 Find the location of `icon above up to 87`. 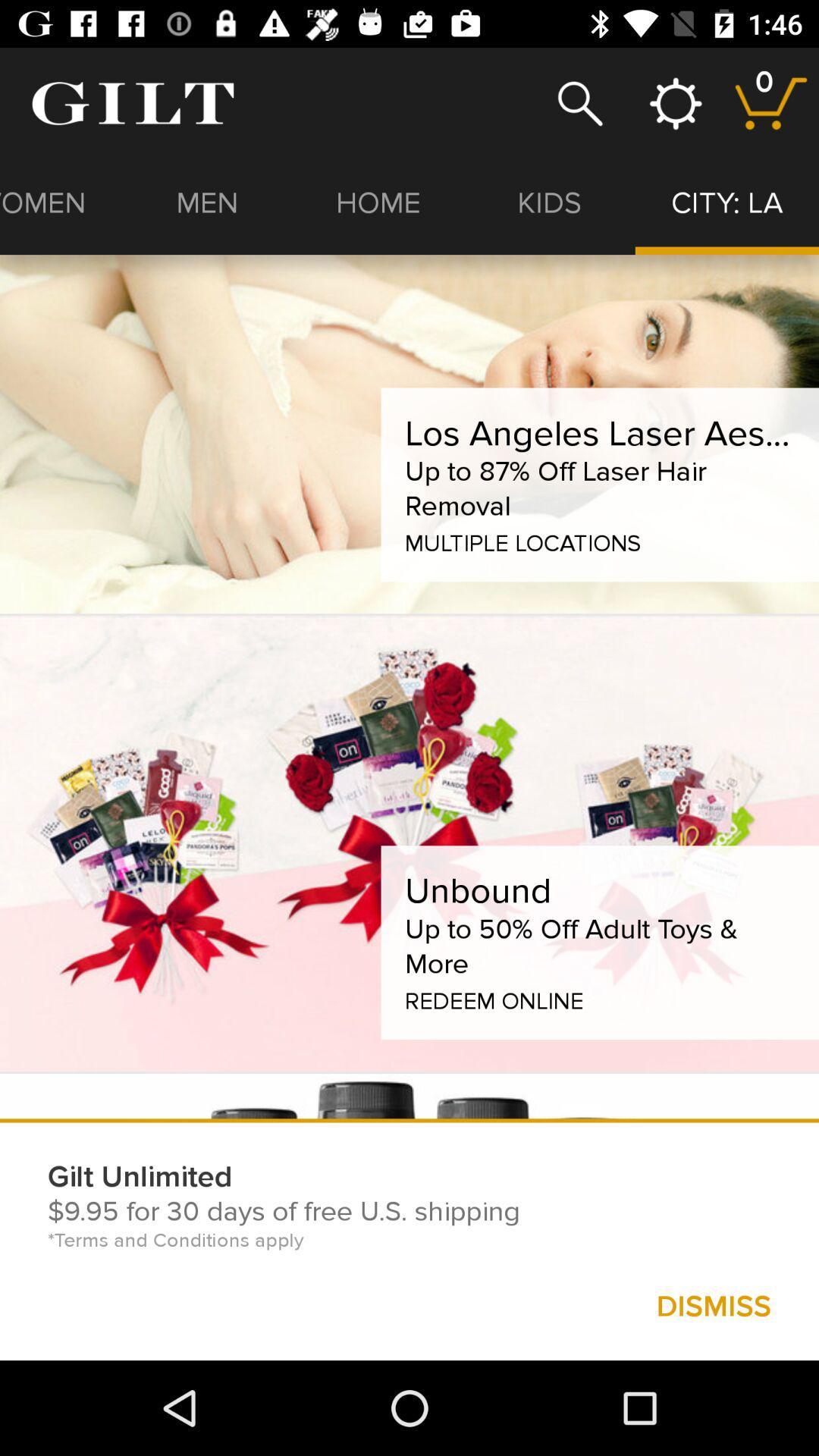

icon above up to 87 is located at coordinates (599, 432).